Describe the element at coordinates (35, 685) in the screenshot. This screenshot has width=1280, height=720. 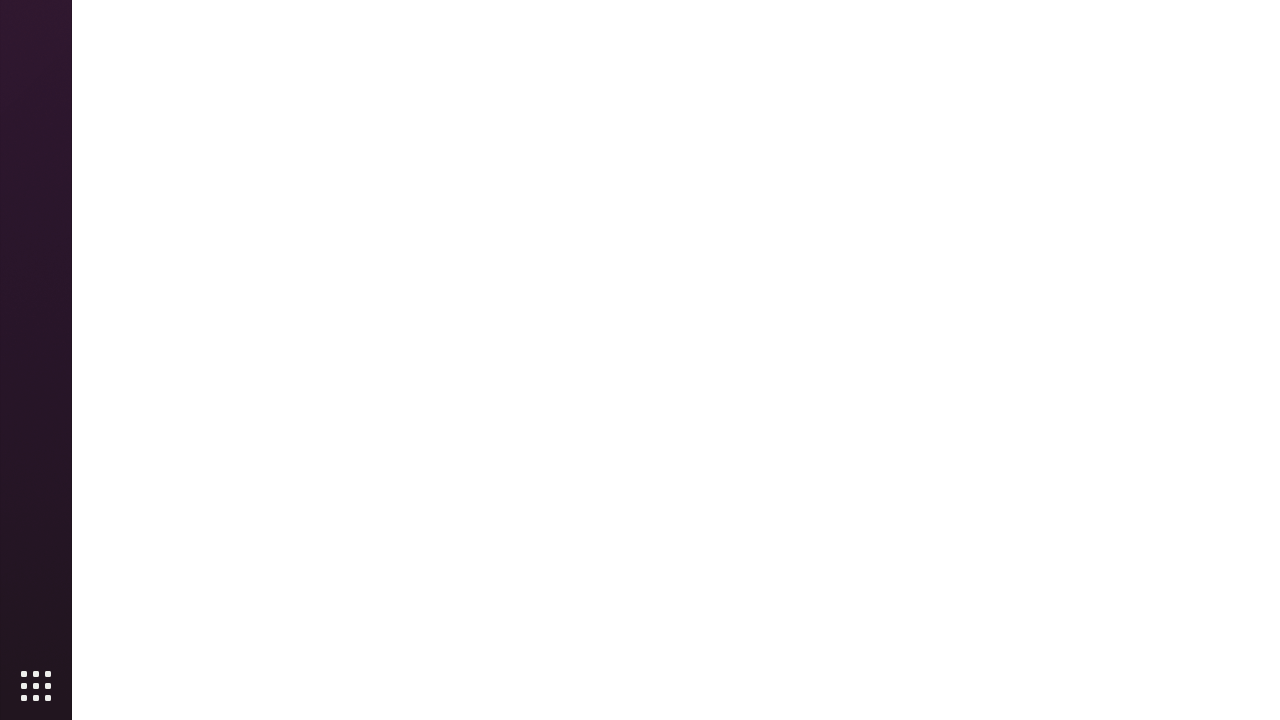
I see `'Show Applications'` at that location.